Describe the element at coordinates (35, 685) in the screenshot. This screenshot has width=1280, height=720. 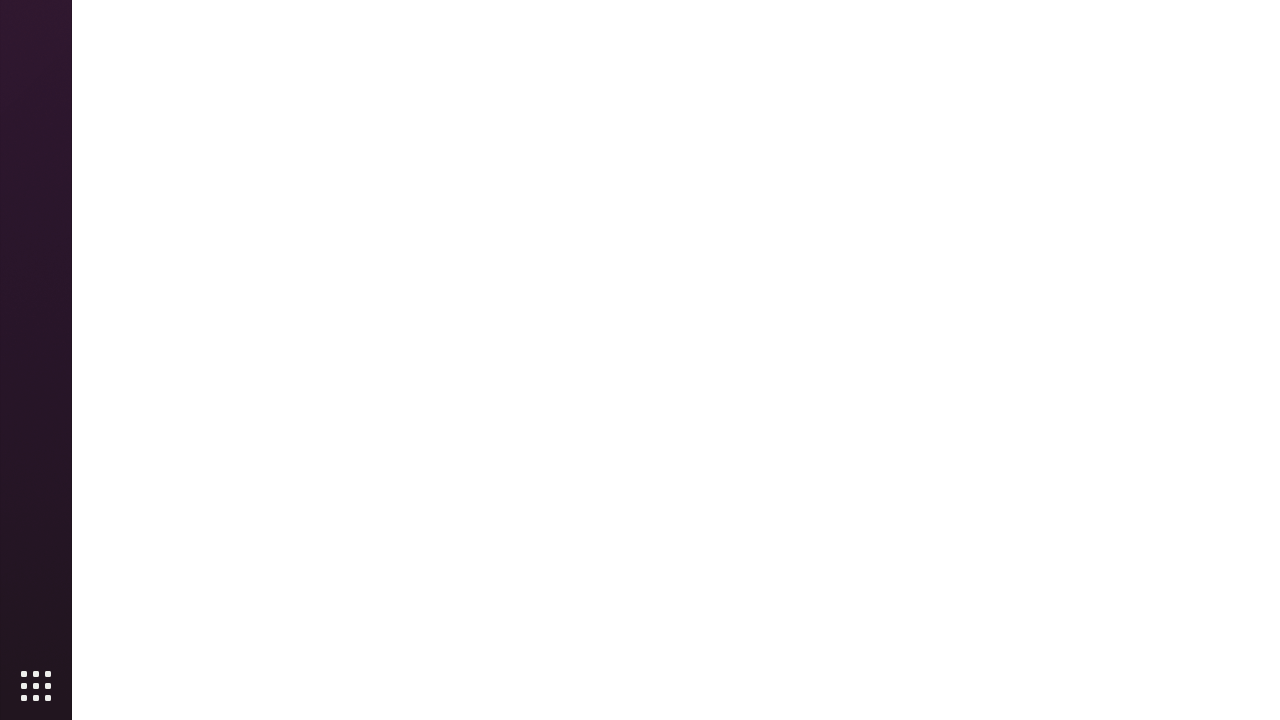
I see `'Show Applications'` at that location.